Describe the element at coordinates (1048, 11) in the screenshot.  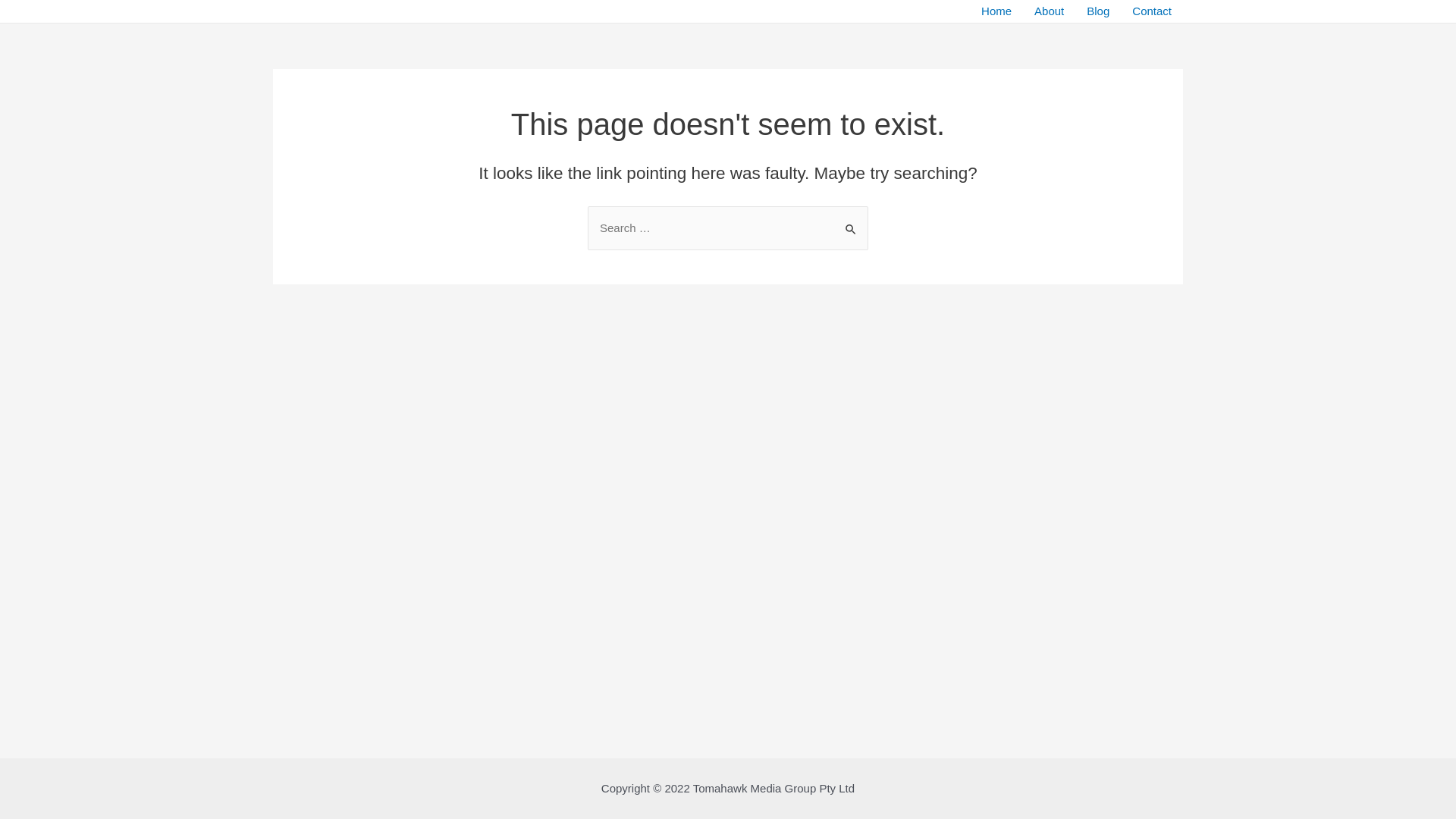
I see `'About'` at that location.